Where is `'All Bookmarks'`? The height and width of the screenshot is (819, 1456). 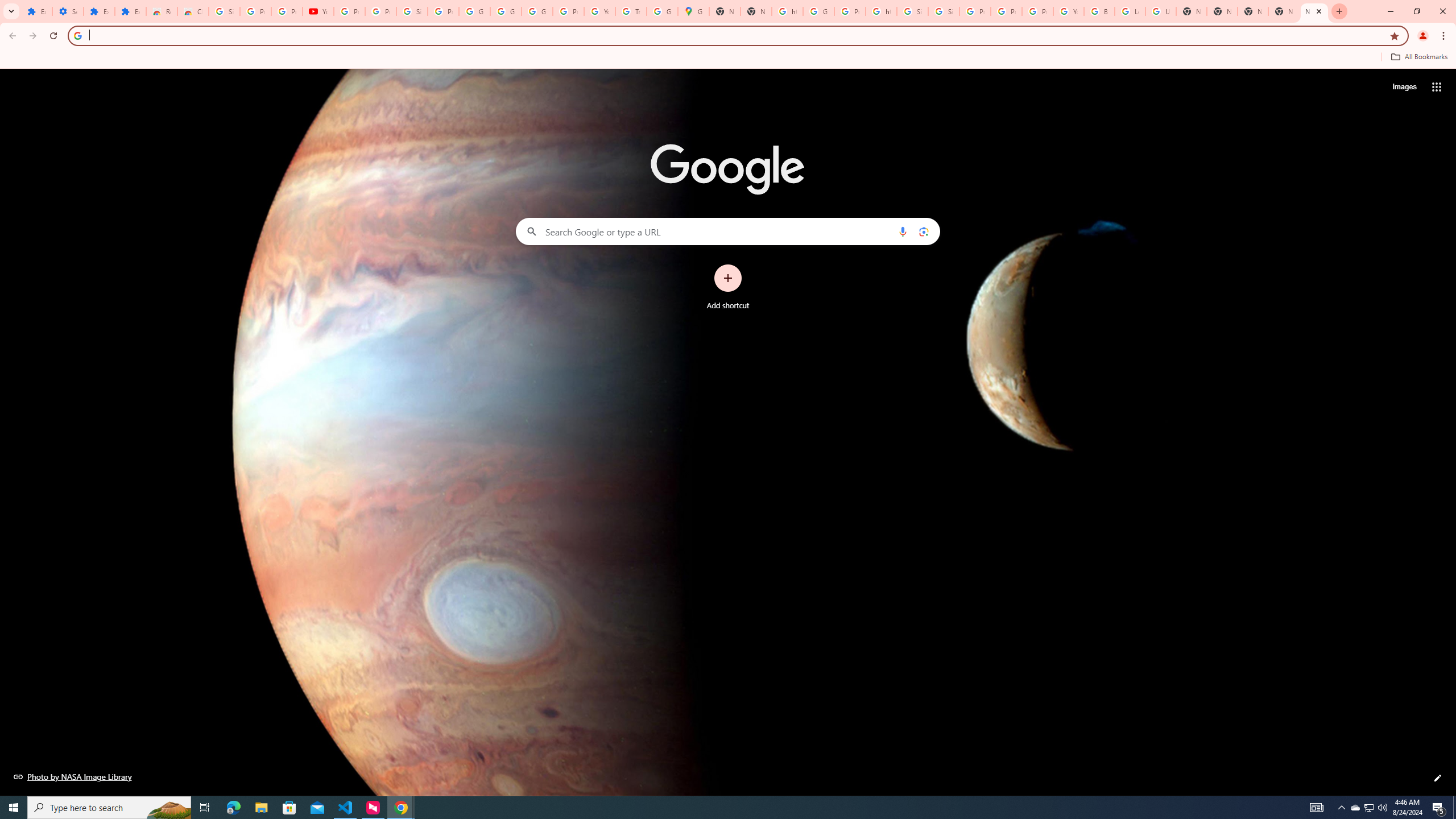
'All Bookmarks' is located at coordinates (1418, 56).